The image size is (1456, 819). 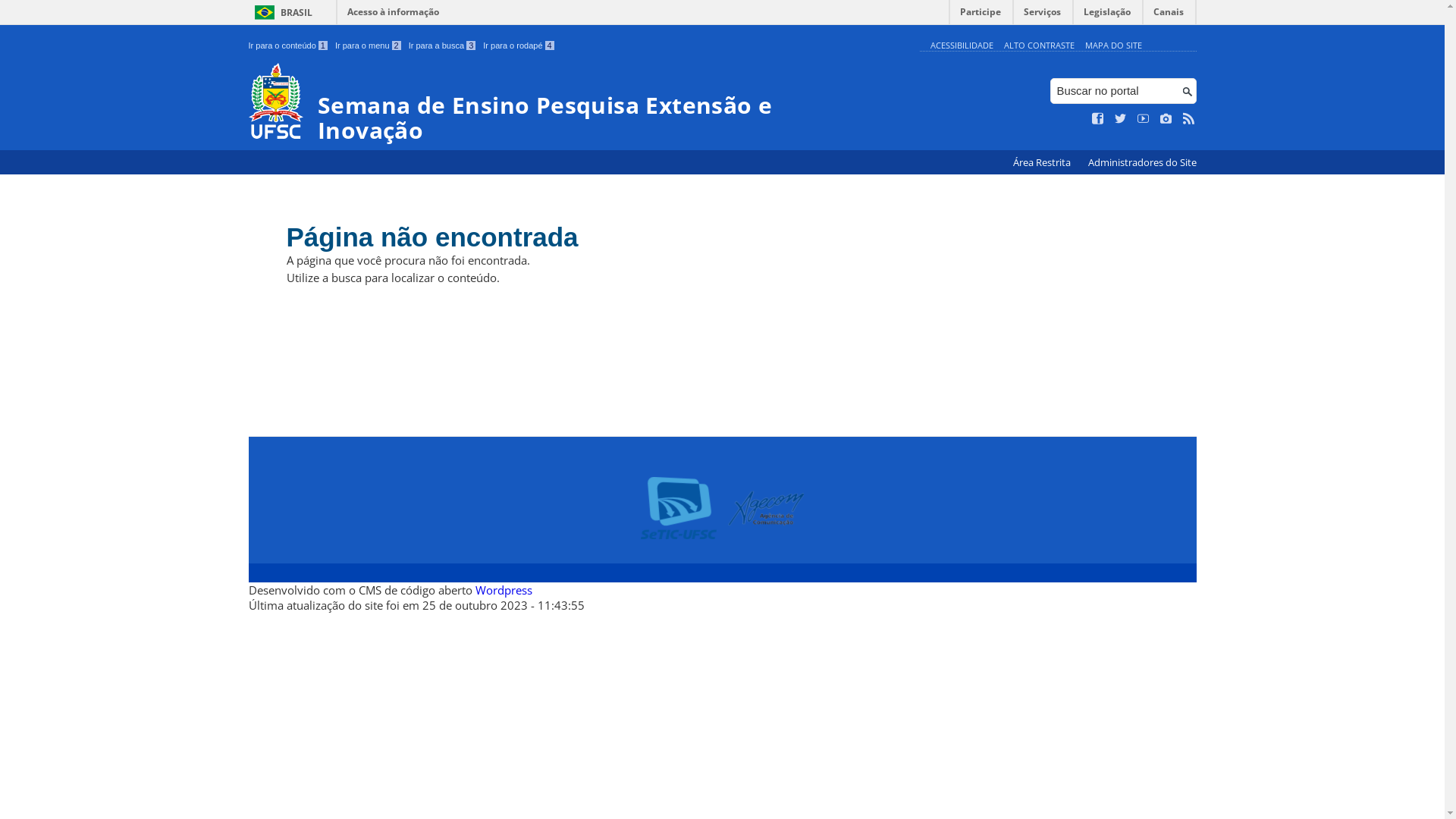 What do you see at coordinates (1098, 118) in the screenshot?
I see `'Curta no Facebook'` at bounding box center [1098, 118].